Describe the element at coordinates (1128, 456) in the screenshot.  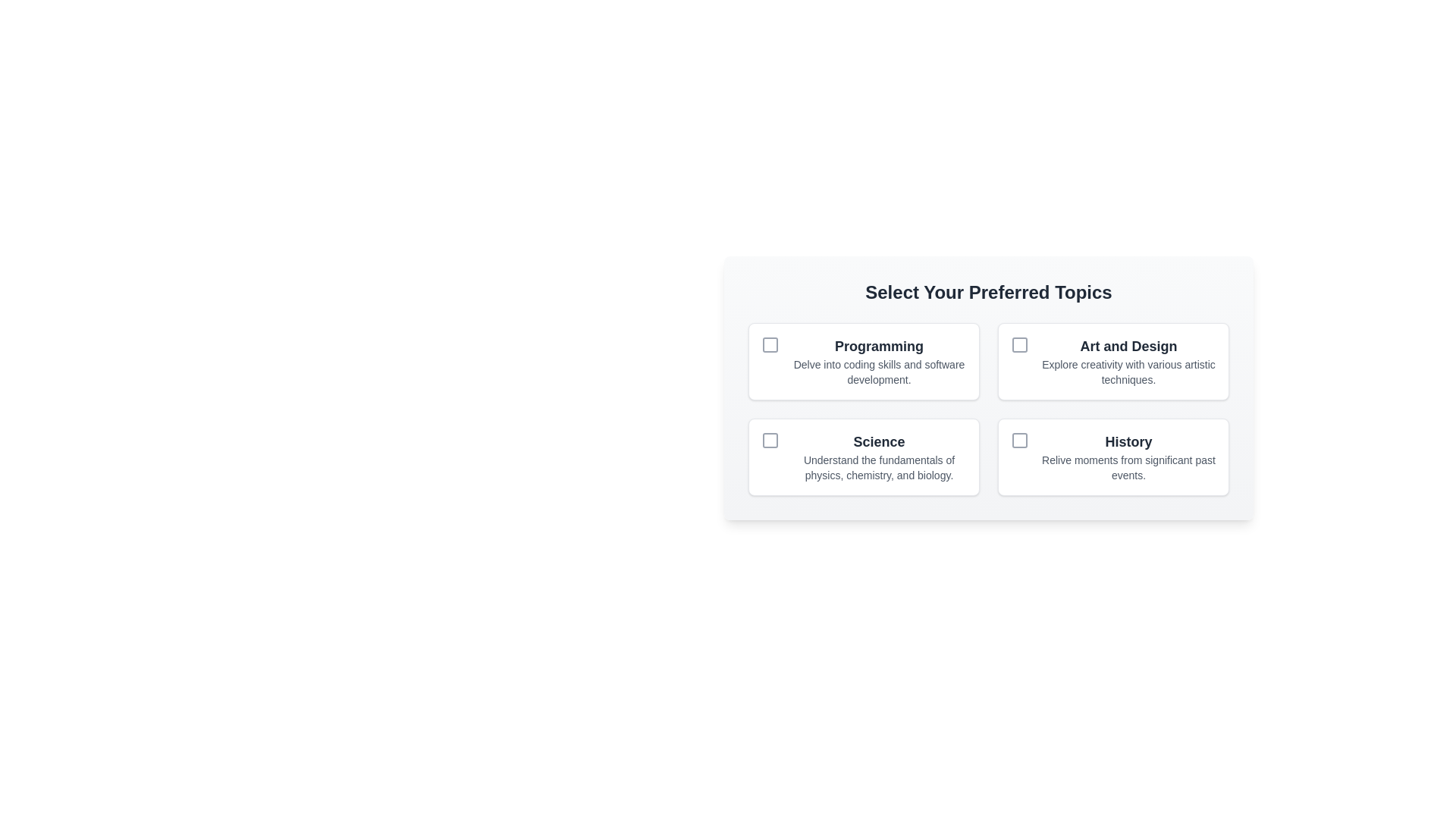
I see `the text-based component for the 'History' topic option` at that location.